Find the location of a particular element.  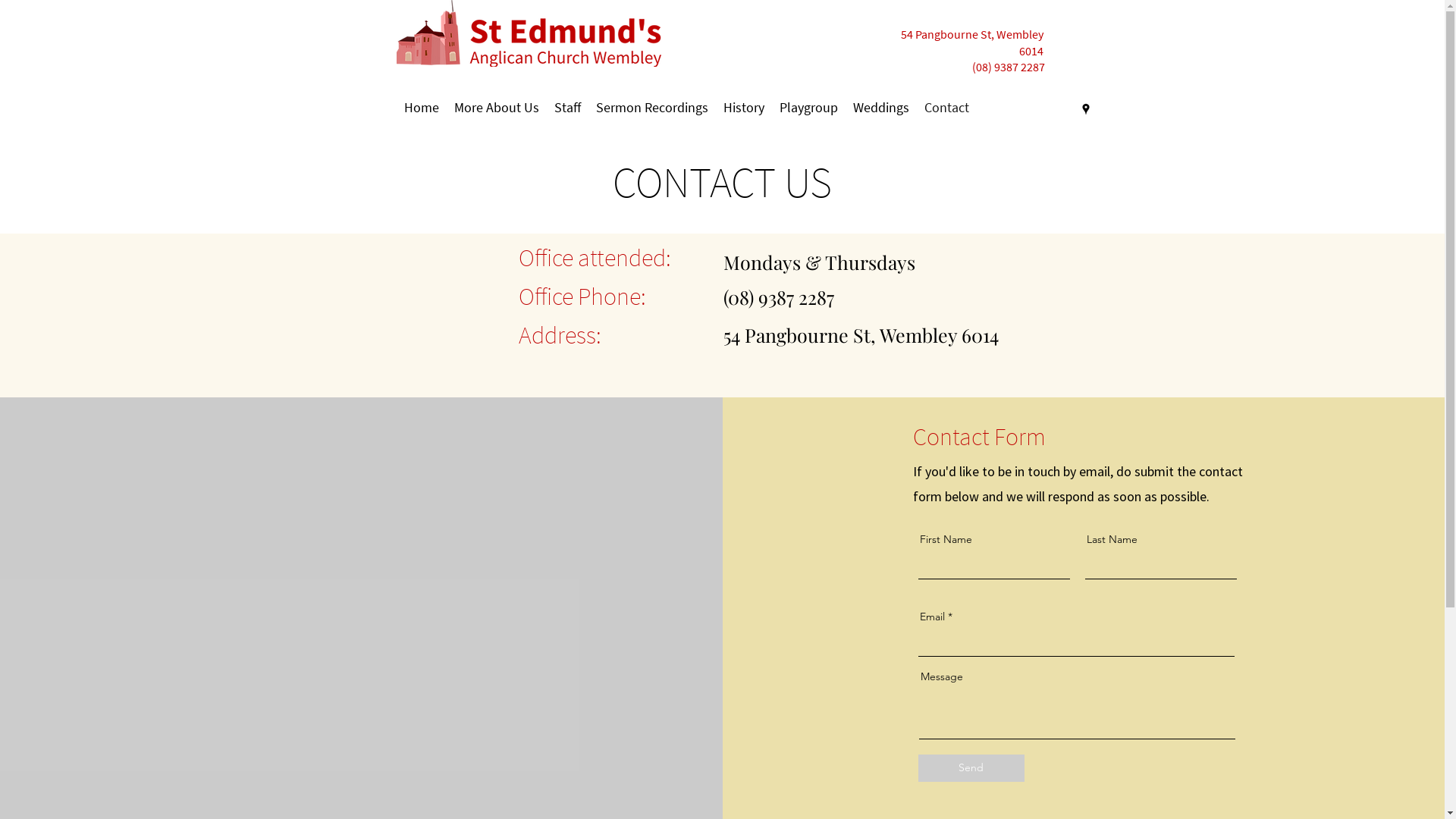

'Weddings' is located at coordinates (880, 107).